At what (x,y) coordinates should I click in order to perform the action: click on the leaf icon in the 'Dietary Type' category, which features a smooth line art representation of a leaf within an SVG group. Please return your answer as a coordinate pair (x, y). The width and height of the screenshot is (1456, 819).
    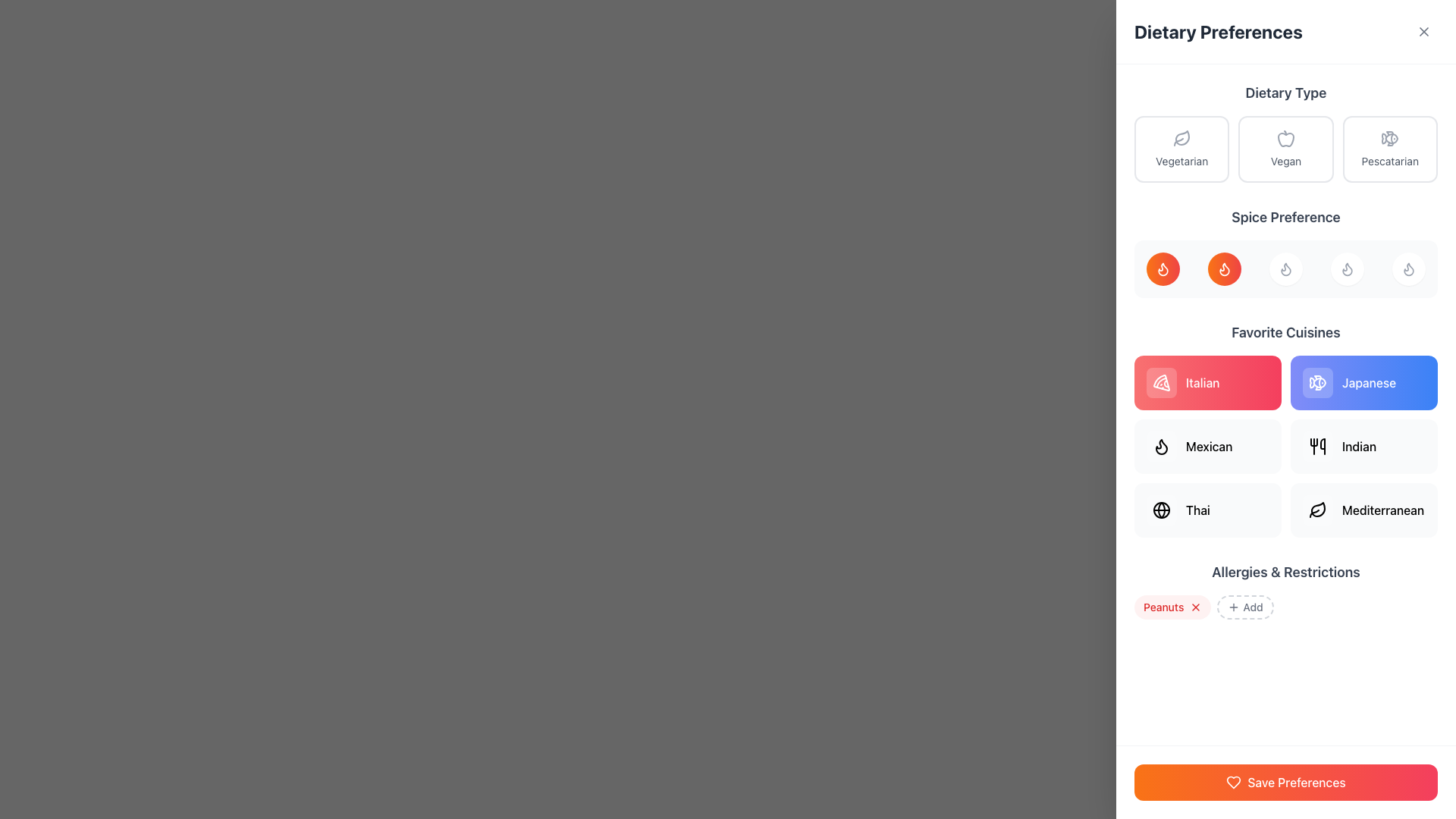
    Looking at the image, I should click on (1181, 137).